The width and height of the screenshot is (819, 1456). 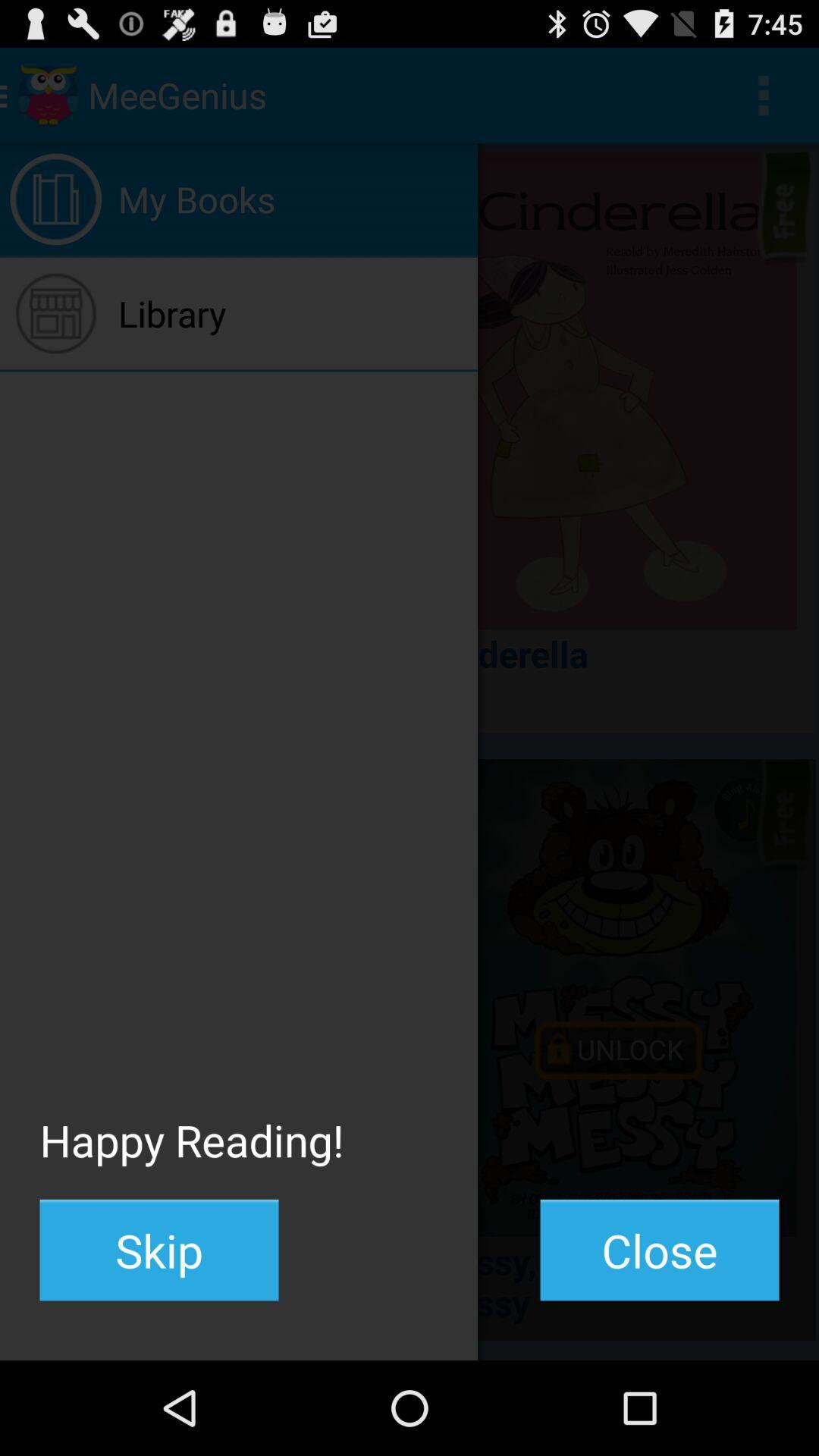 What do you see at coordinates (659, 1250) in the screenshot?
I see `the button to the right of the skip icon` at bounding box center [659, 1250].